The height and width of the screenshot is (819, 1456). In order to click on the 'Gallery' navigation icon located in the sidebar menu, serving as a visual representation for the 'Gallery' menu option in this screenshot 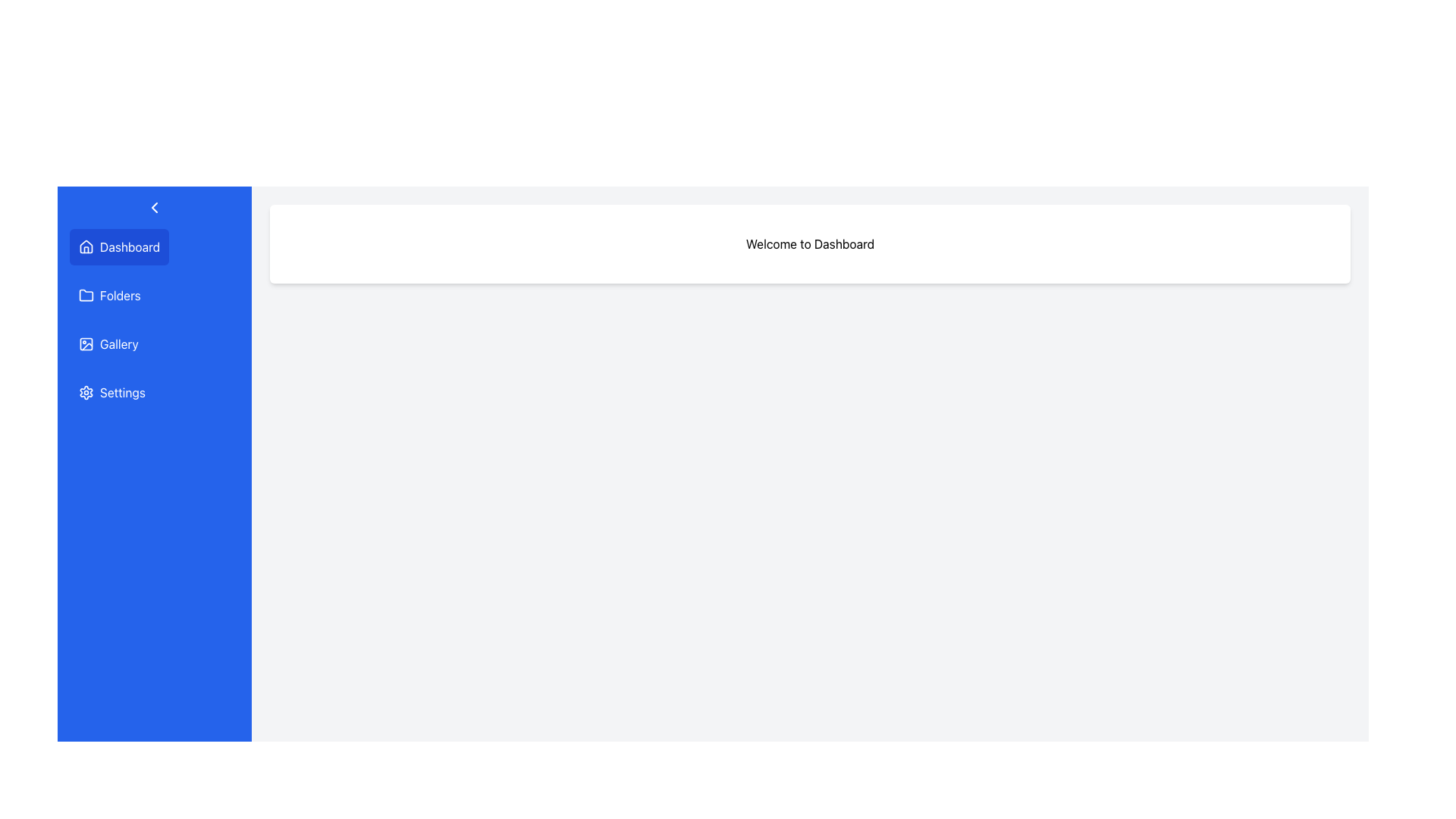, I will do `click(86, 344)`.